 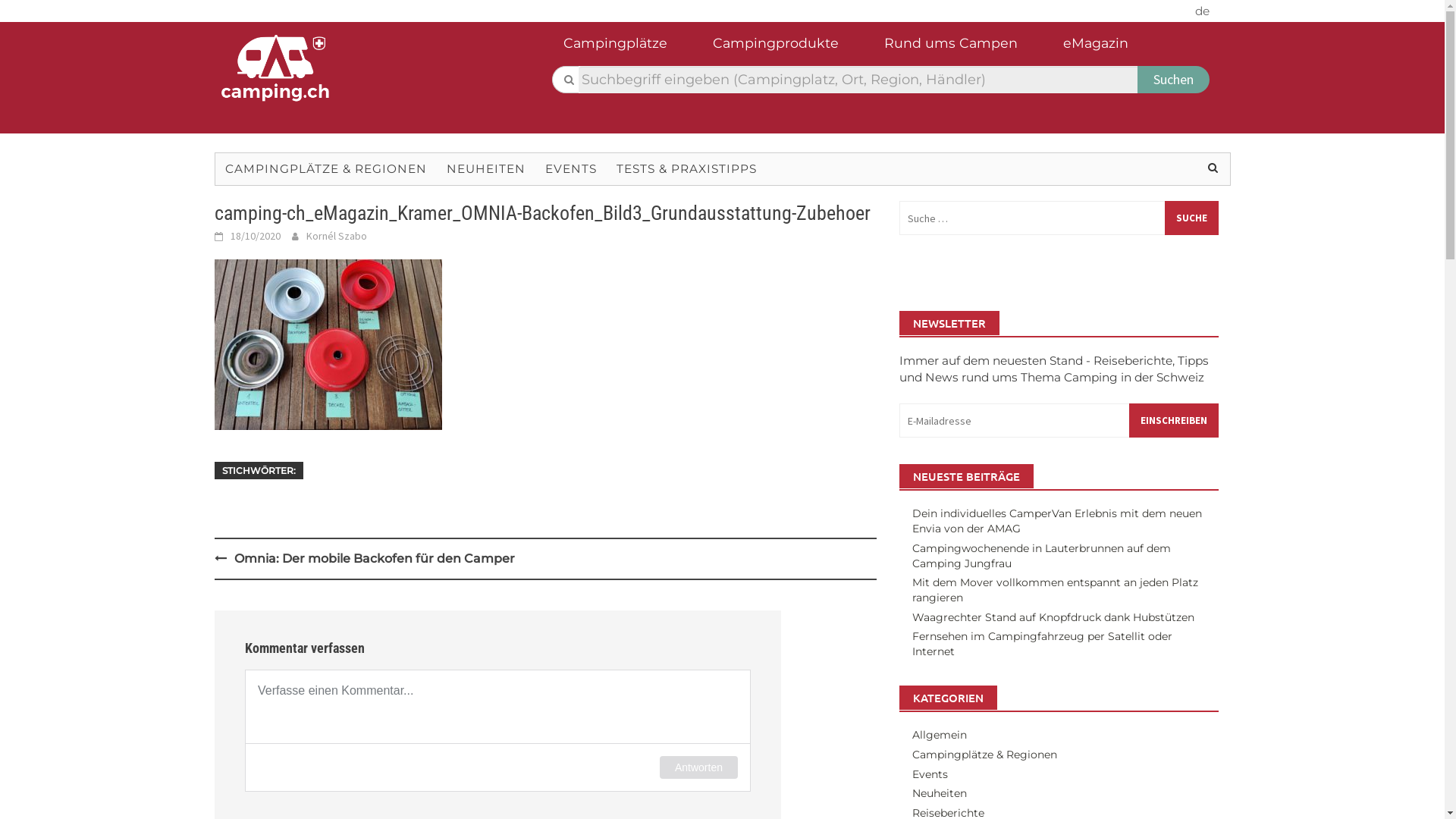 What do you see at coordinates (1173, 420) in the screenshot?
I see `'Einschreiben'` at bounding box center [1173, 420].